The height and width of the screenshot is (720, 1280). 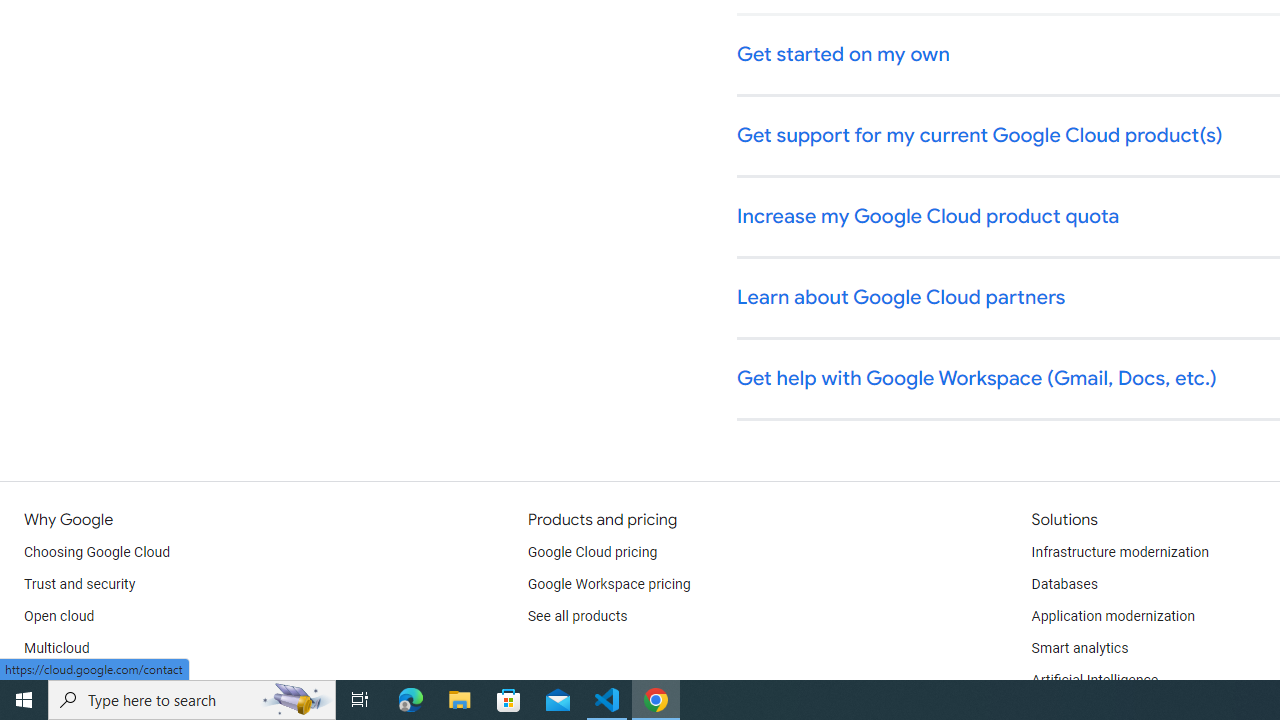 What do you see at coordinates (1111, 616) in the screenshot?
I see `'Application modernization'` at bounding box center [1111, 616].